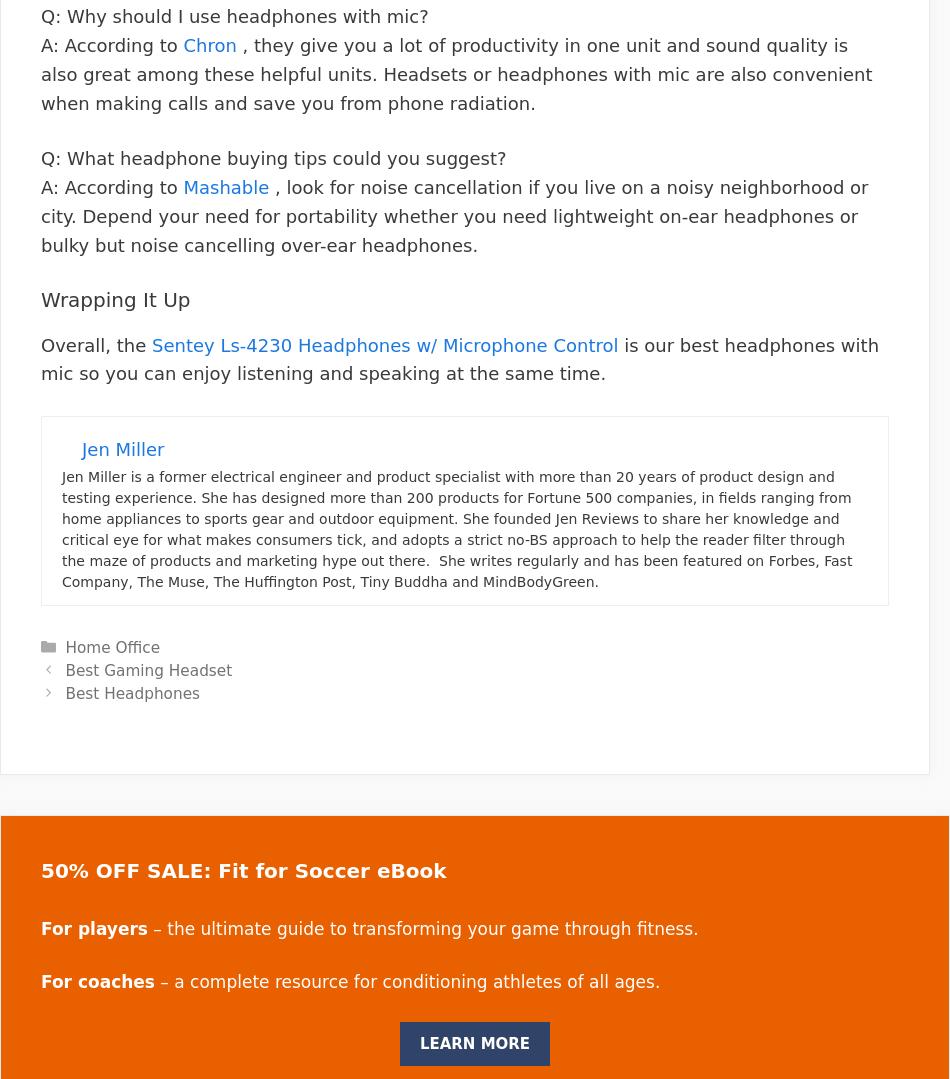  Describe the element at coordinates (458, 358) in the screenshot. I see `'is our best headphones with mic so you can enjoy listening and speaking at the same time.'` at that location.